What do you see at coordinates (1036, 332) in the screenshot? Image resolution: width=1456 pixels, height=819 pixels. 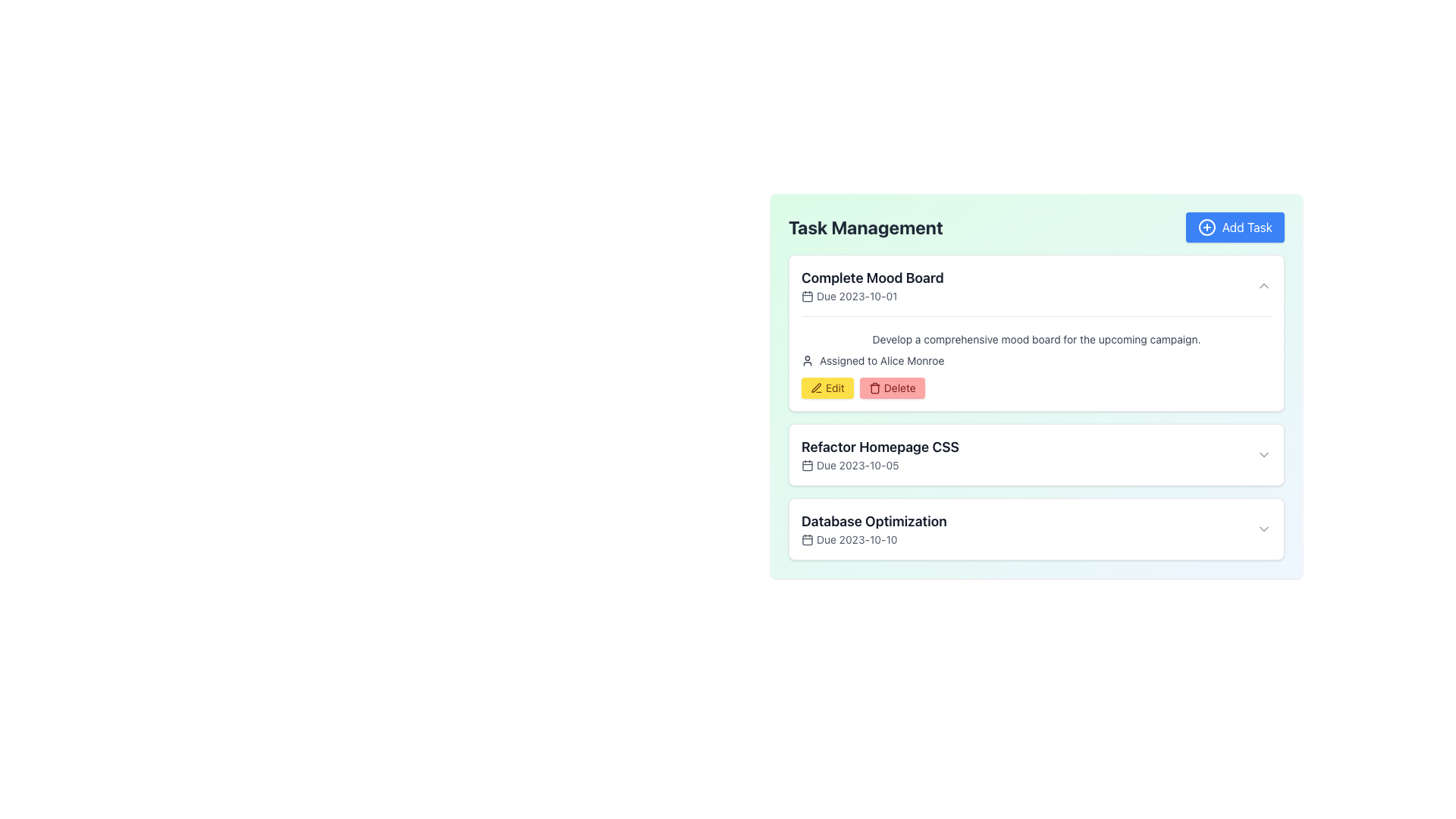 I see `information displayed on the task card for 'Complete Mood Board', which is the first task card in the task list under the 'Task Management' section` at bounding box center [1036, 332].